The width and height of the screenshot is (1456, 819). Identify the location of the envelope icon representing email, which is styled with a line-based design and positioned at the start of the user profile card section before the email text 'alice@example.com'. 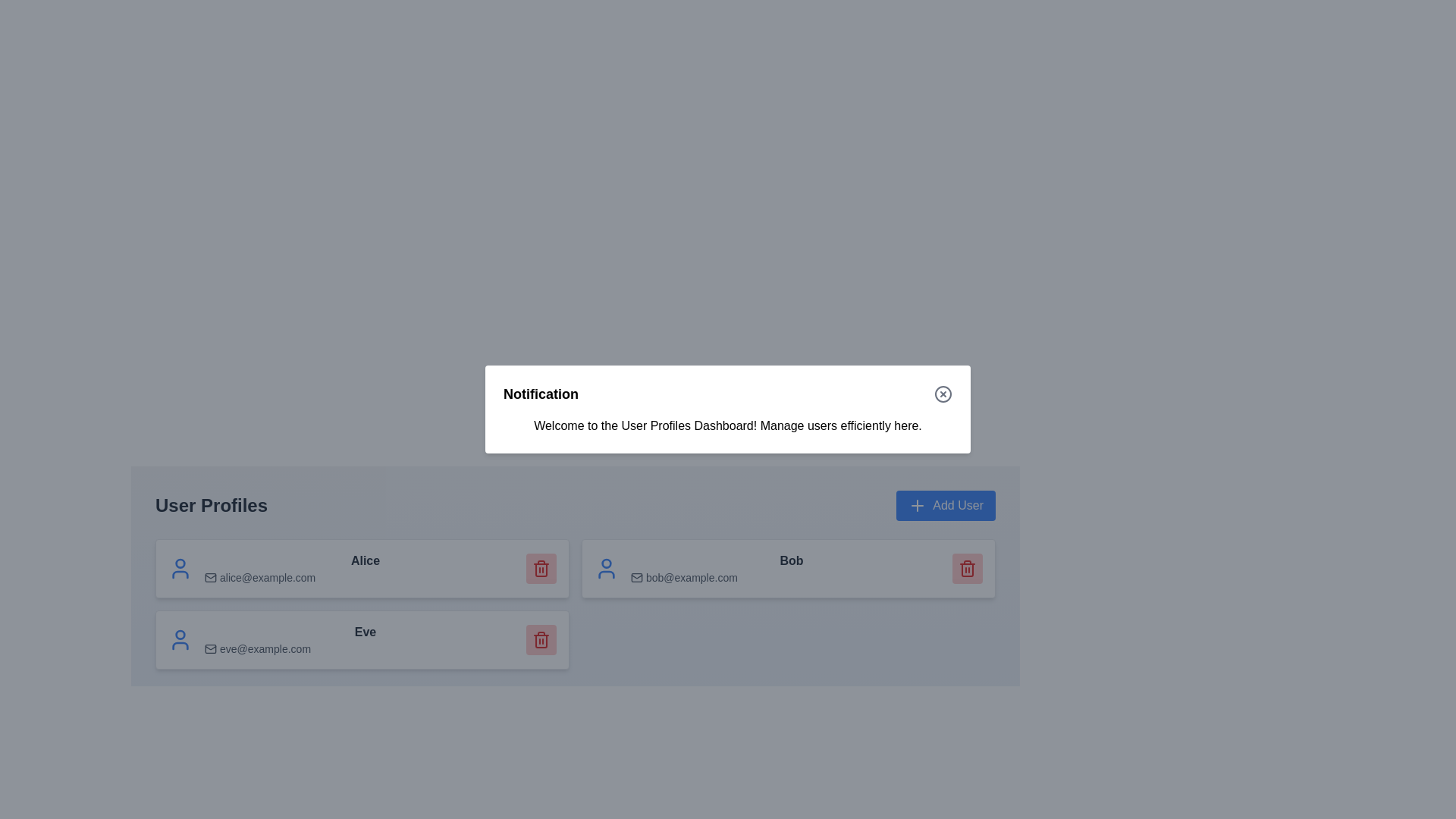
(210, 578).